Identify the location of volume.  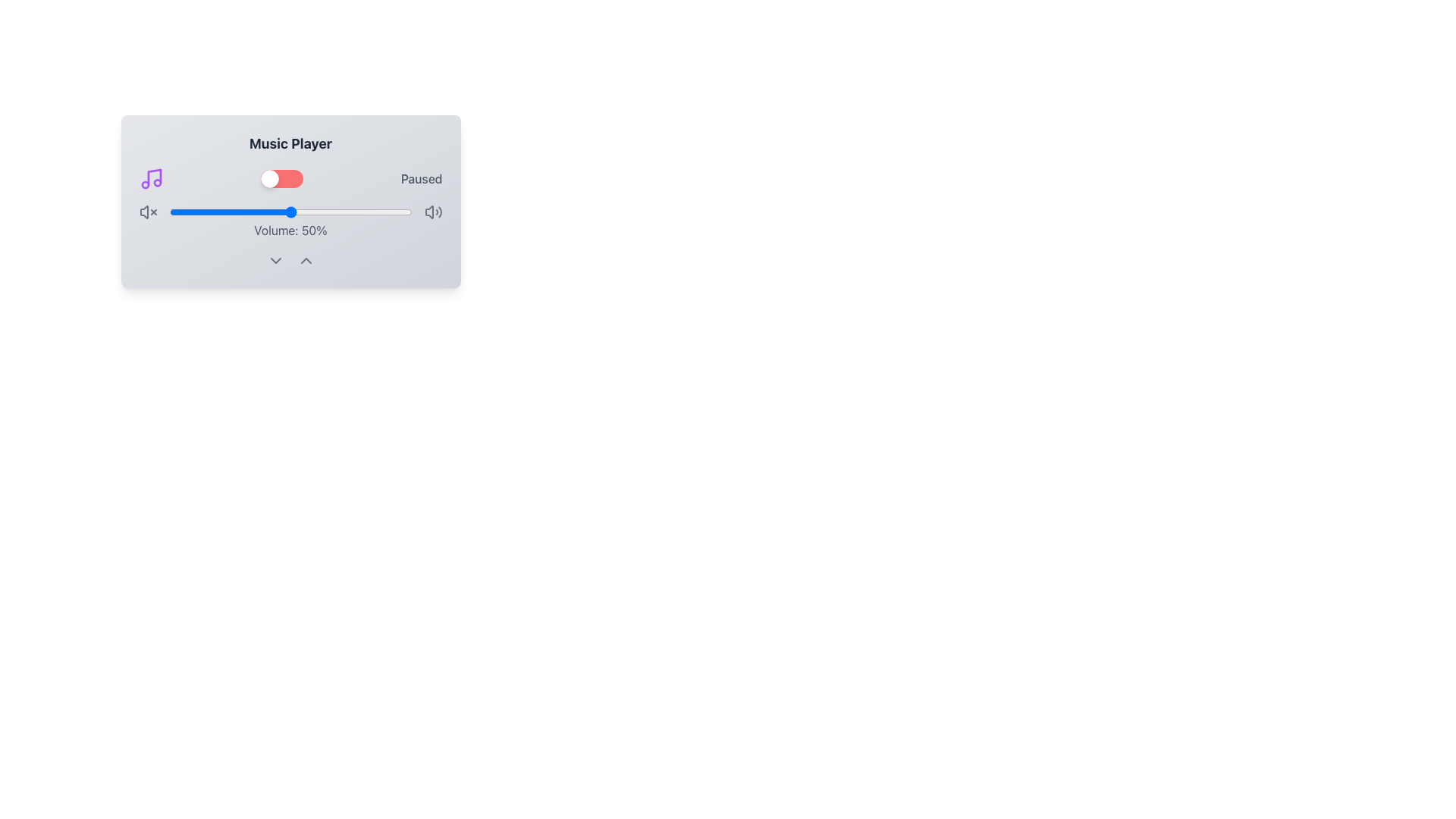
(331, 212).